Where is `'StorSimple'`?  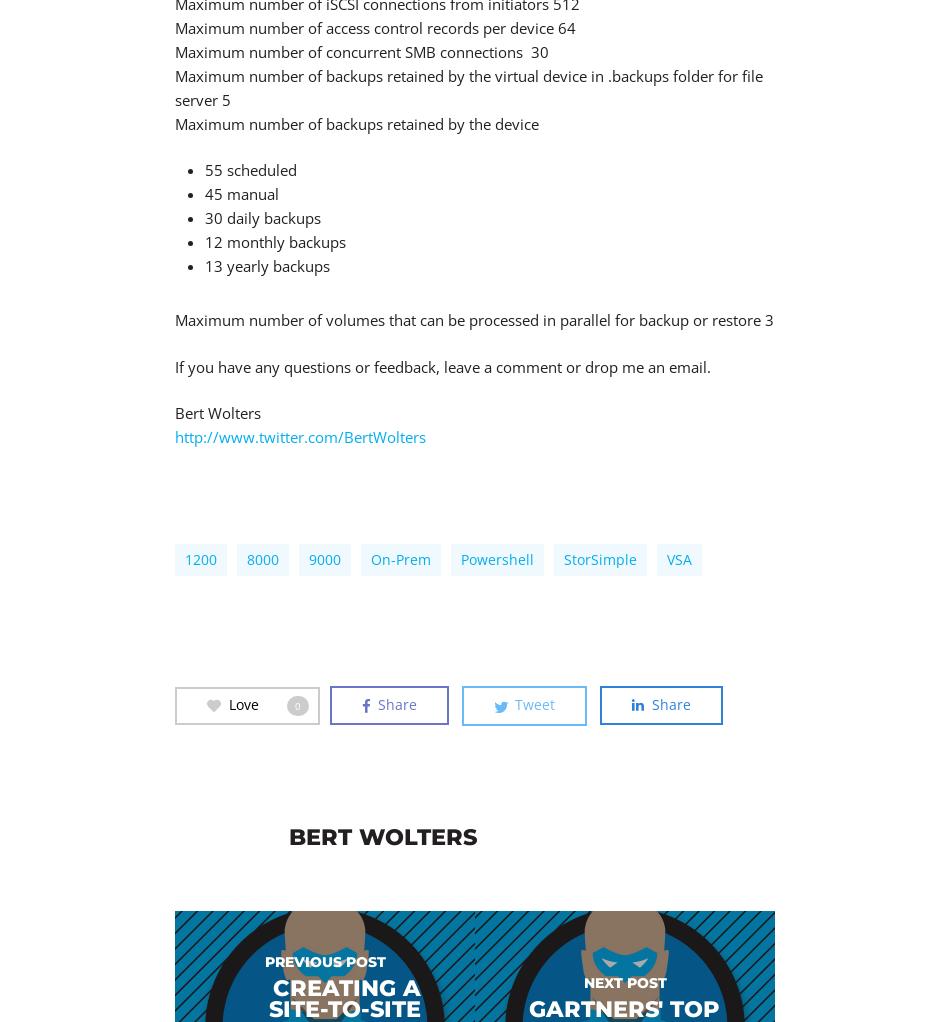
'StorSimple' is located at coordinates (564, 559).